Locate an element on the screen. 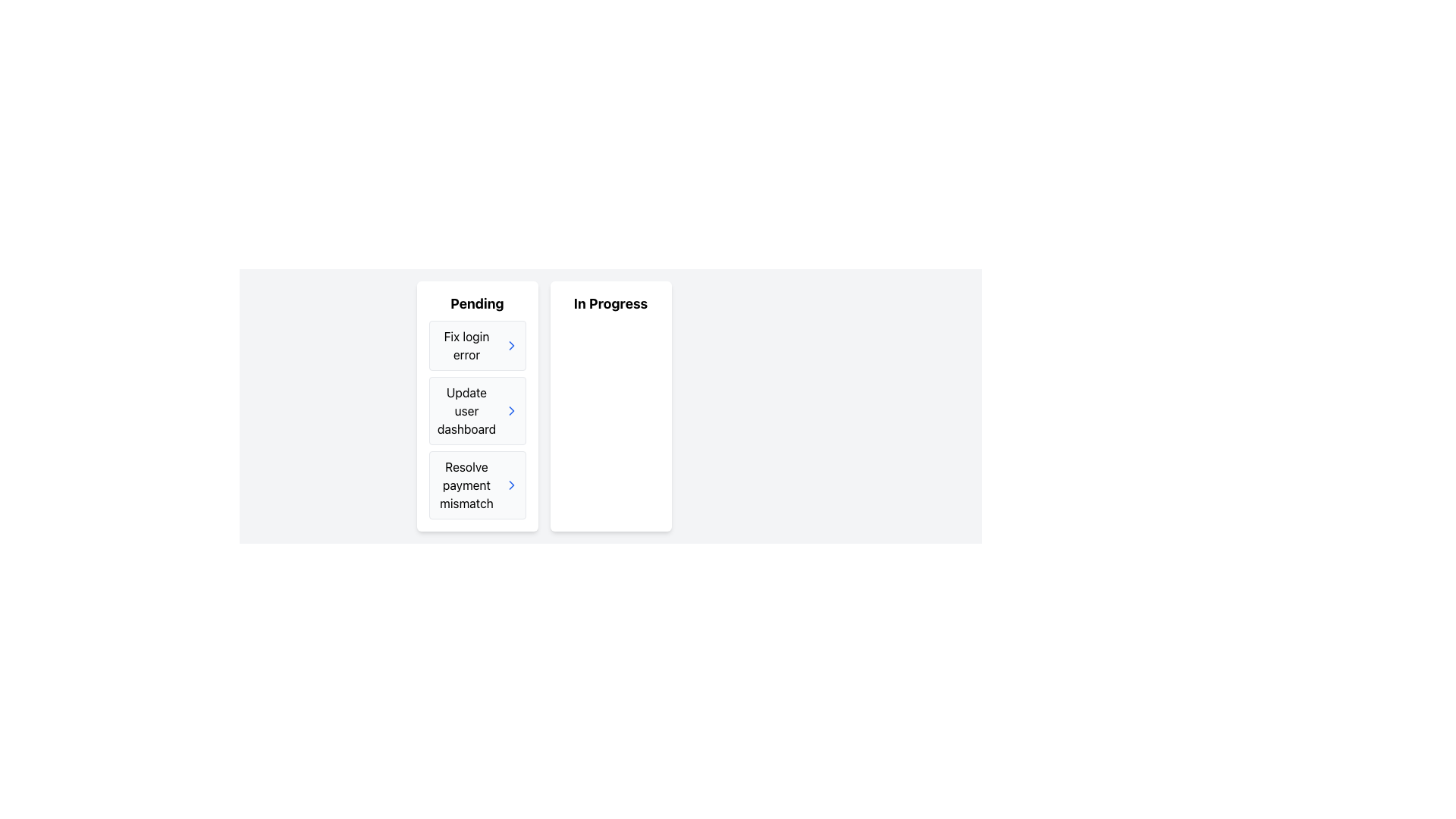 This screenshot has width=1456, height=819. text displayed in the second task labeled 'Update user dashboard' within the task list in the 'Pending' column is located at coordinates (466, 411).